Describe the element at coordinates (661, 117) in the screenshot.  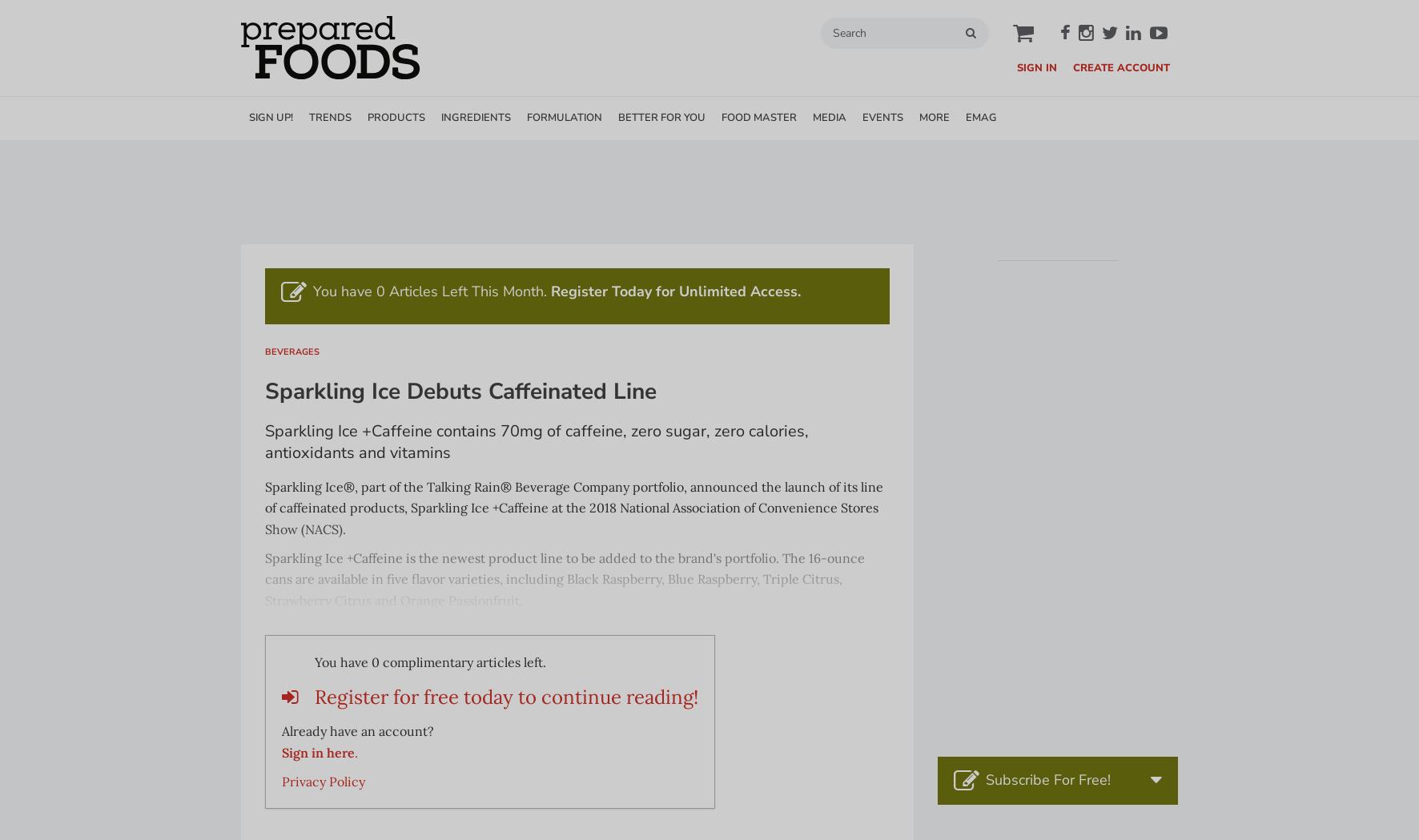
I see `'BETTER FOR YOU'` at that location.